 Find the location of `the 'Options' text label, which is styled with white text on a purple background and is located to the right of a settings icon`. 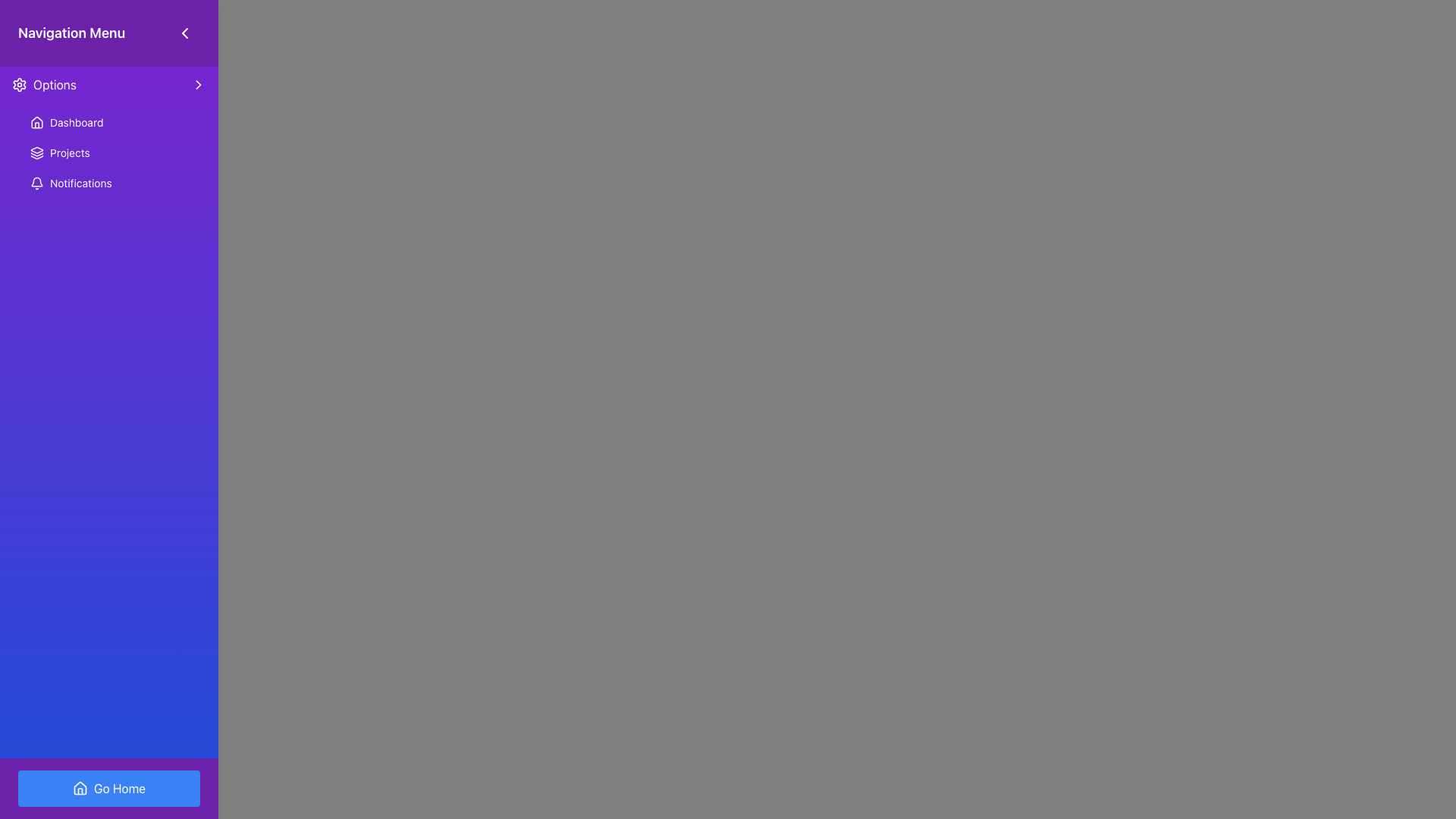

the 'Options' text label, which is styled with white text on a purple background and is located to the right of a settings icon is located at coordinates (55, 84).